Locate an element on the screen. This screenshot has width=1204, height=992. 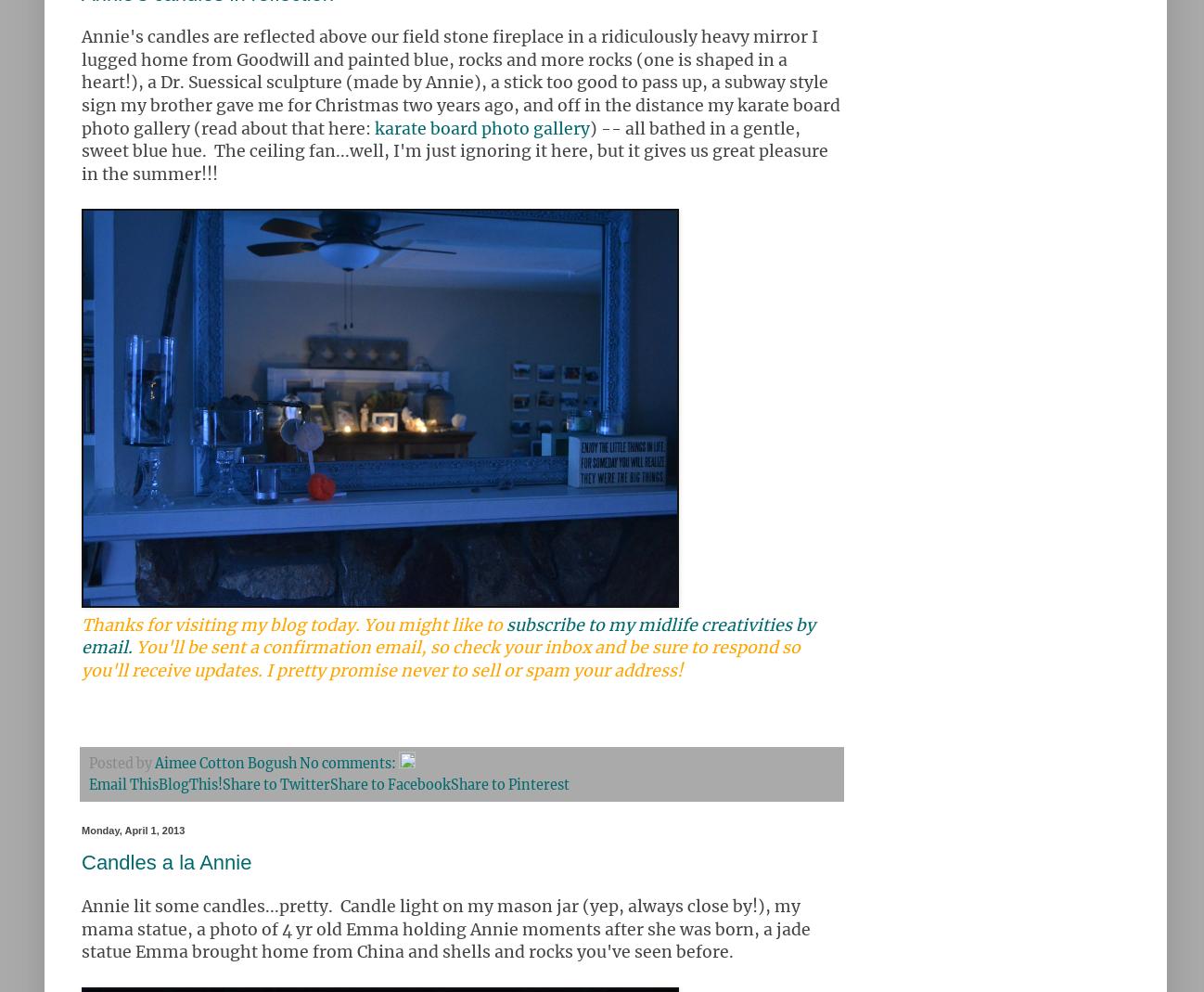
'Annie lit some candles...pretty.  Candle light on my mason jar (yep, always close by!), my mama statue, a photo of 4 yr old Emma holding Annie moments after she was born, a jade statue Emma brought home from China and shells and rocks you've seen before.' is located at coordinates (82, 929).